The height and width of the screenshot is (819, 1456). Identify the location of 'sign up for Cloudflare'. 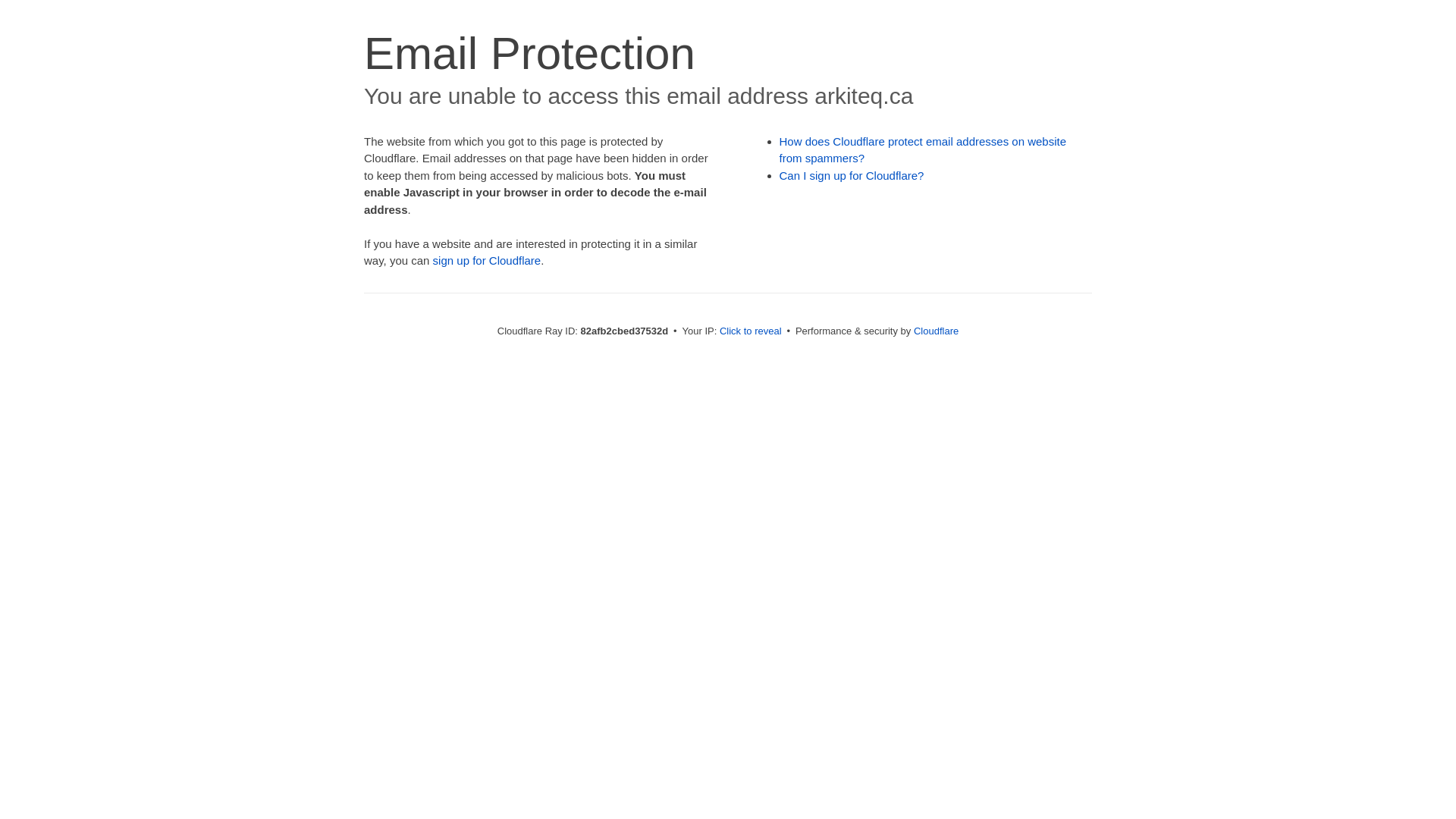
(487, 259).